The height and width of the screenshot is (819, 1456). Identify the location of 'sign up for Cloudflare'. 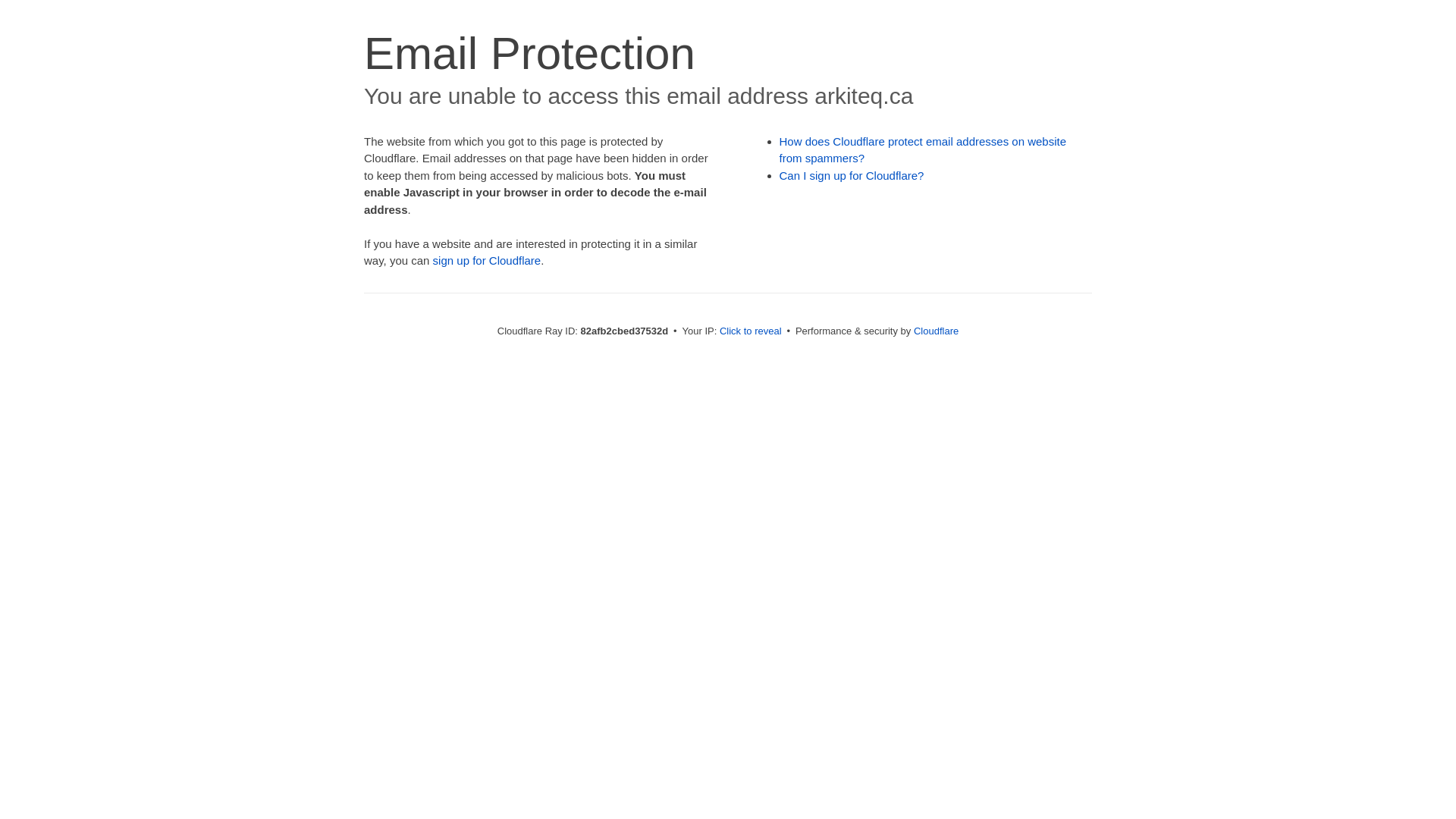
(487, 259).